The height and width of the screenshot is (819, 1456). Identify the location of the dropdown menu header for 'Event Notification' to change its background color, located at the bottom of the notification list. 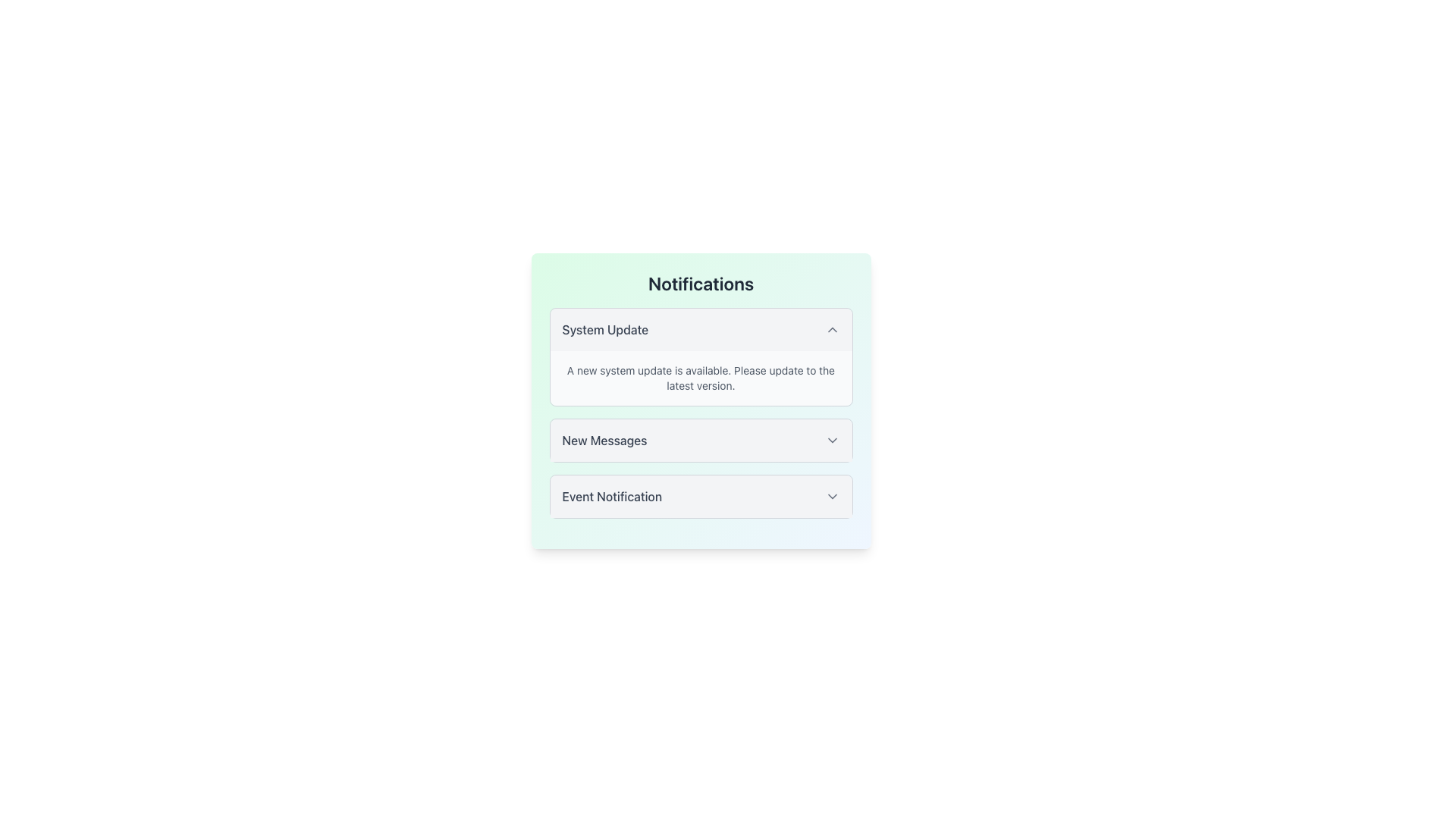
(700, 497).